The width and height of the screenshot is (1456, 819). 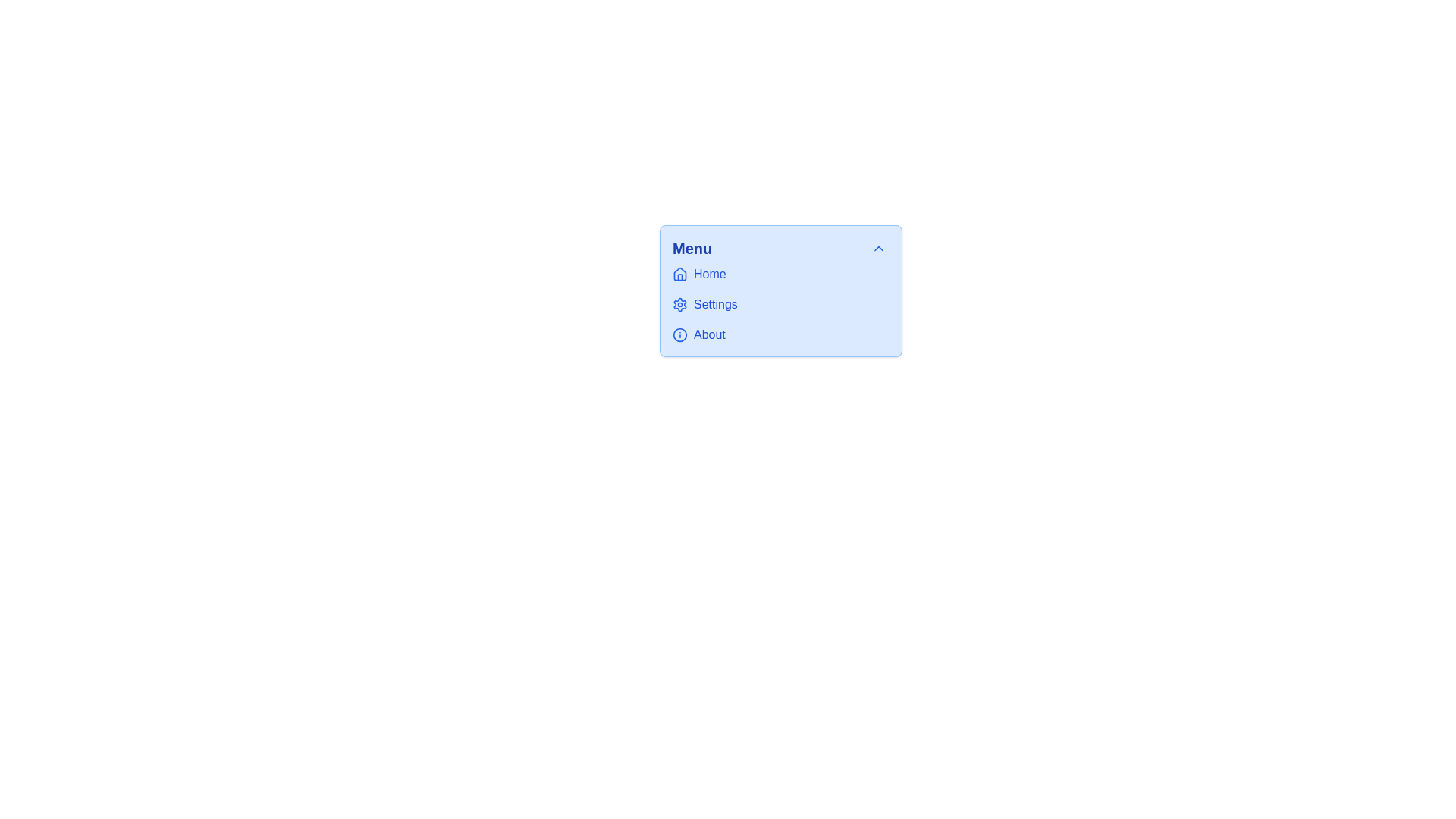 What do you see at coordinates (709, 275) in the screenshot?
I see `the 'Home' text label, which is a medium-weight blue font on a light blue background, located in the first option of the vertical menu under 'Menu', directly right of the house-shaped icon` at bounding box center [709, 275].